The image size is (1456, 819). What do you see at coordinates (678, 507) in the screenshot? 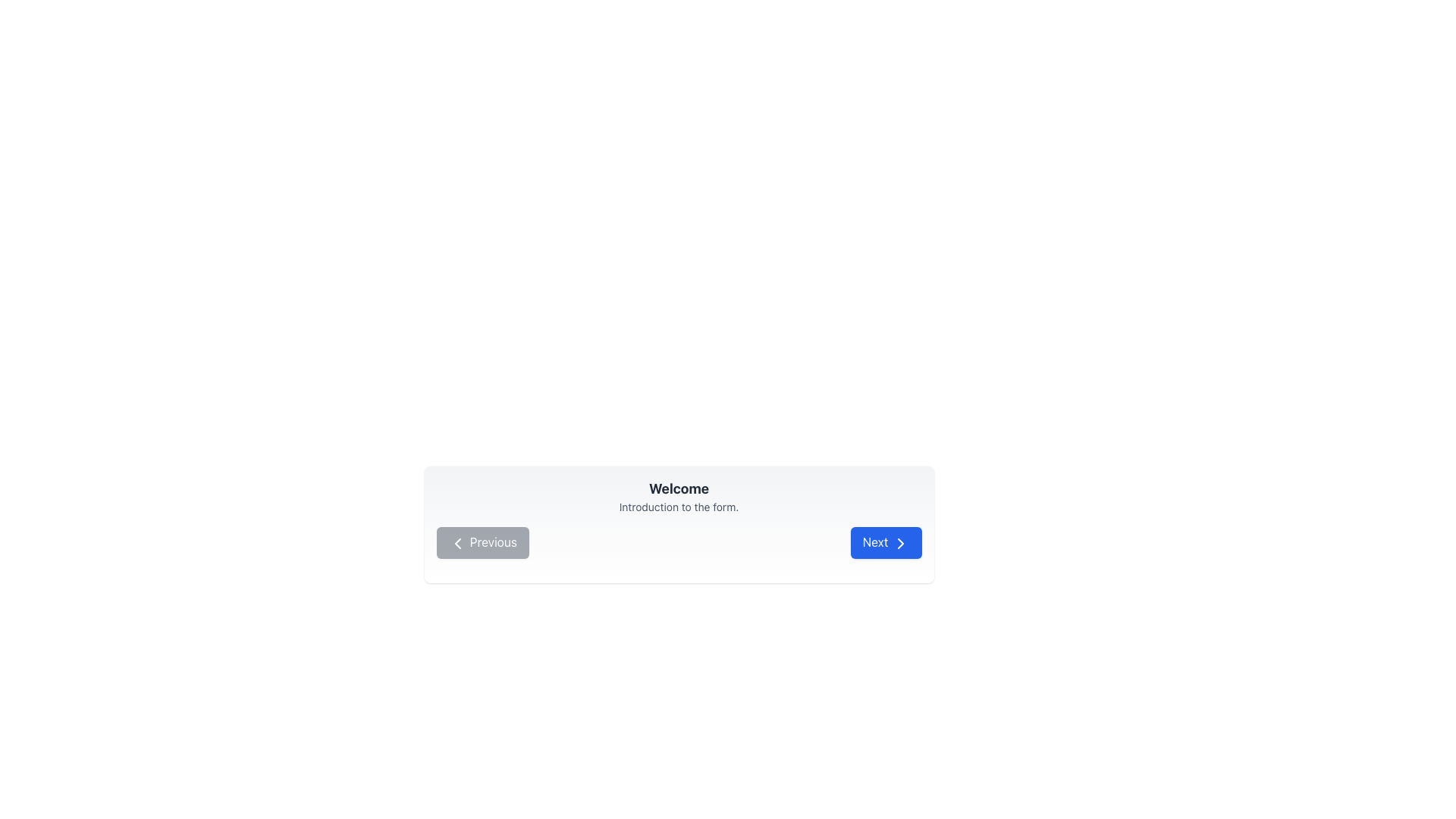
I see `the text label stating 'Introduction to the form.' which is styled in gray and positioned directly below the 'Welcome' header` at bounding box center [678, 507].